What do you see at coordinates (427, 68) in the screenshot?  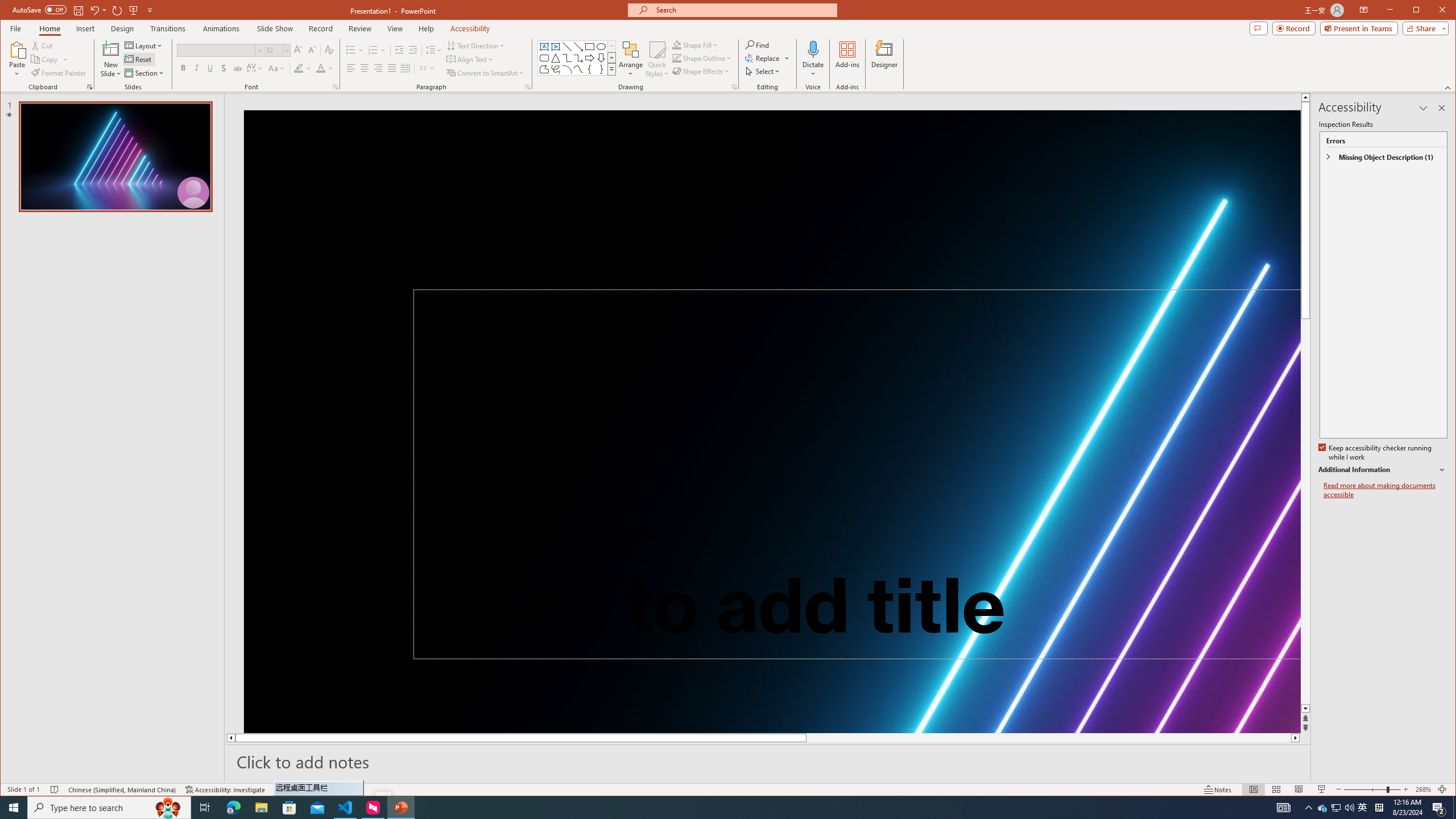 I see `'Columns'` at bounding box center [427, 68].